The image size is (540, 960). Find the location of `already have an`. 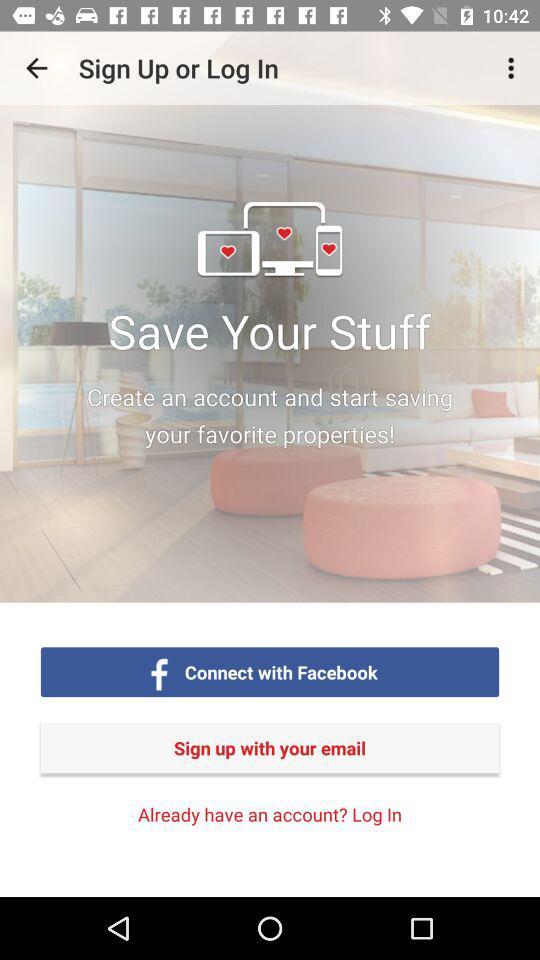

already have an is located at coordinates (270, 814).